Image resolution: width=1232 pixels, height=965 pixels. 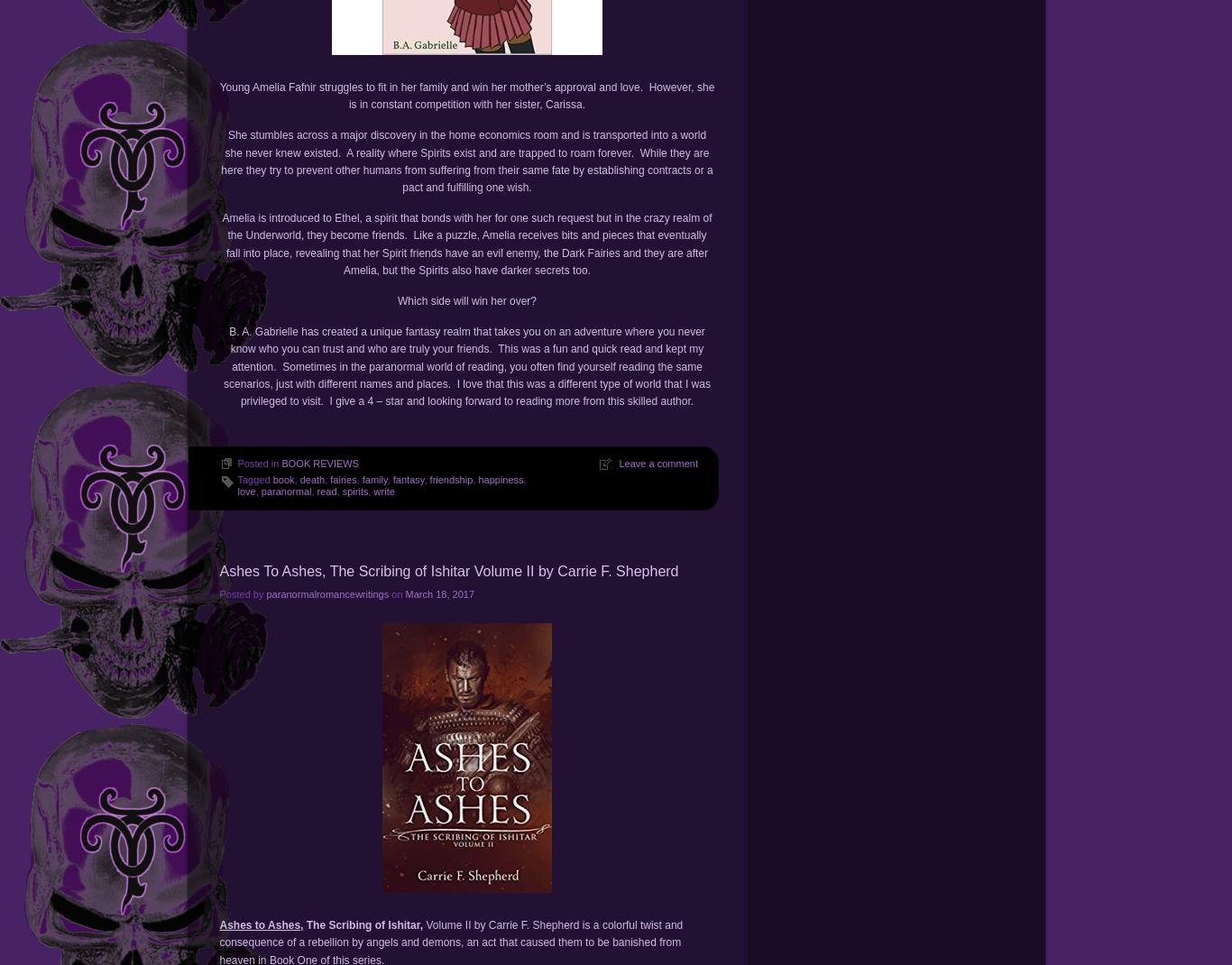 I want to click on 'book', so click(x=283, y=480).